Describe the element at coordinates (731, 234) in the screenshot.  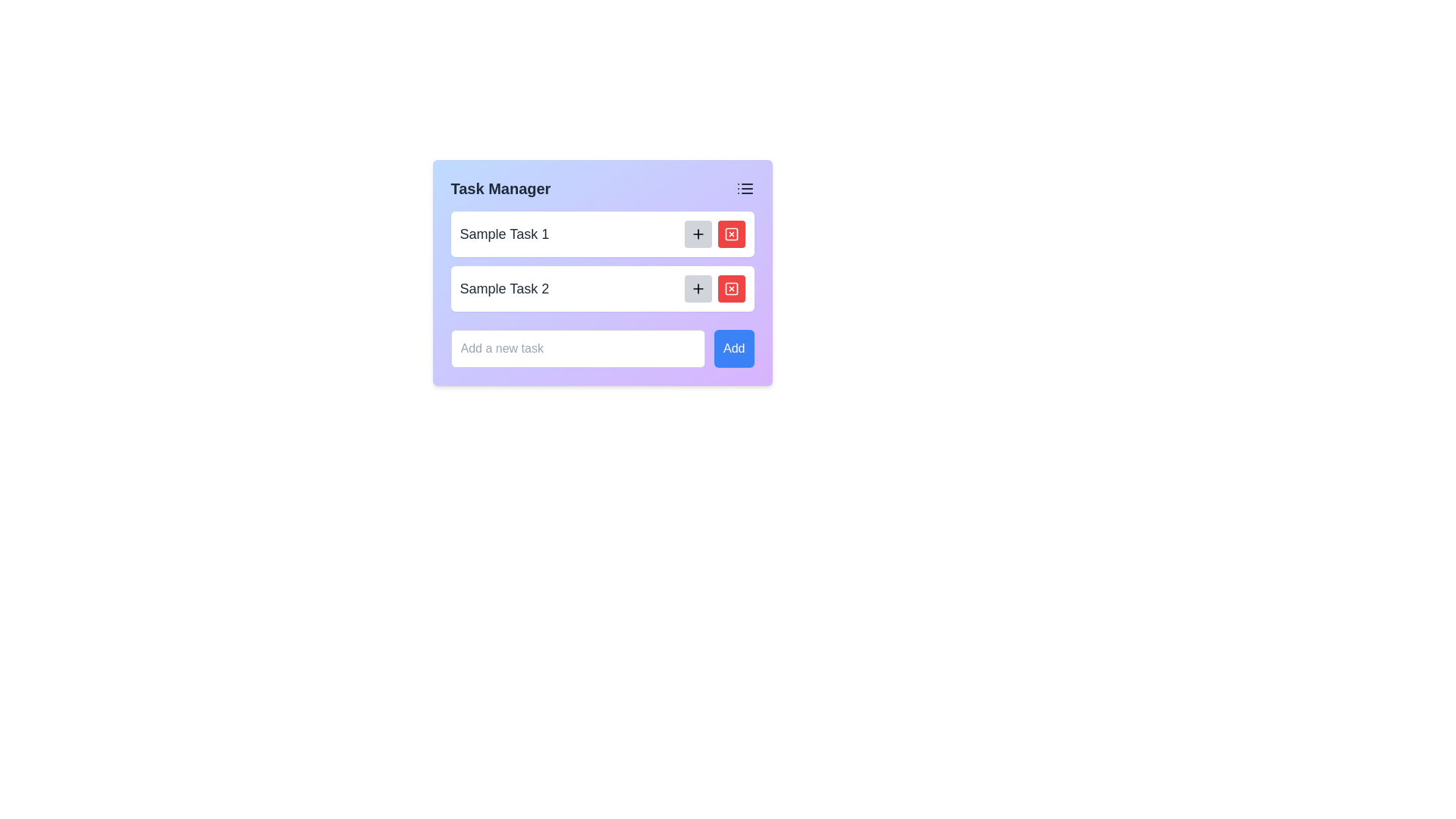
I see `the red rounded rectangular button with a white 'X' icon for tooltip or visual feedback` at that location.